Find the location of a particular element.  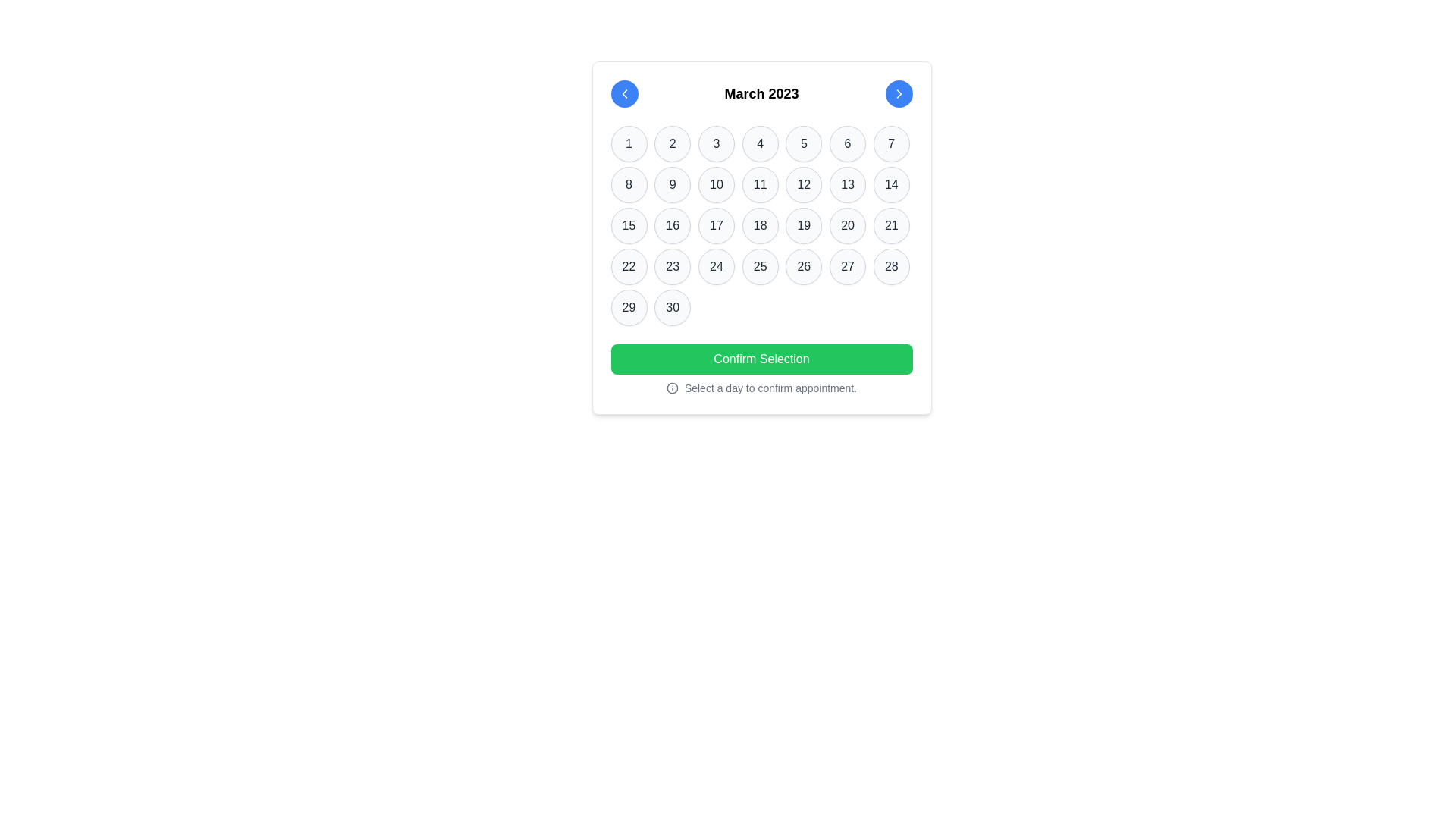

the text label indicating the currently displayed month and year of the calendar view, which is centrally aligned and positioned between two circular navigation buttons is located at coordinates (761, 93).